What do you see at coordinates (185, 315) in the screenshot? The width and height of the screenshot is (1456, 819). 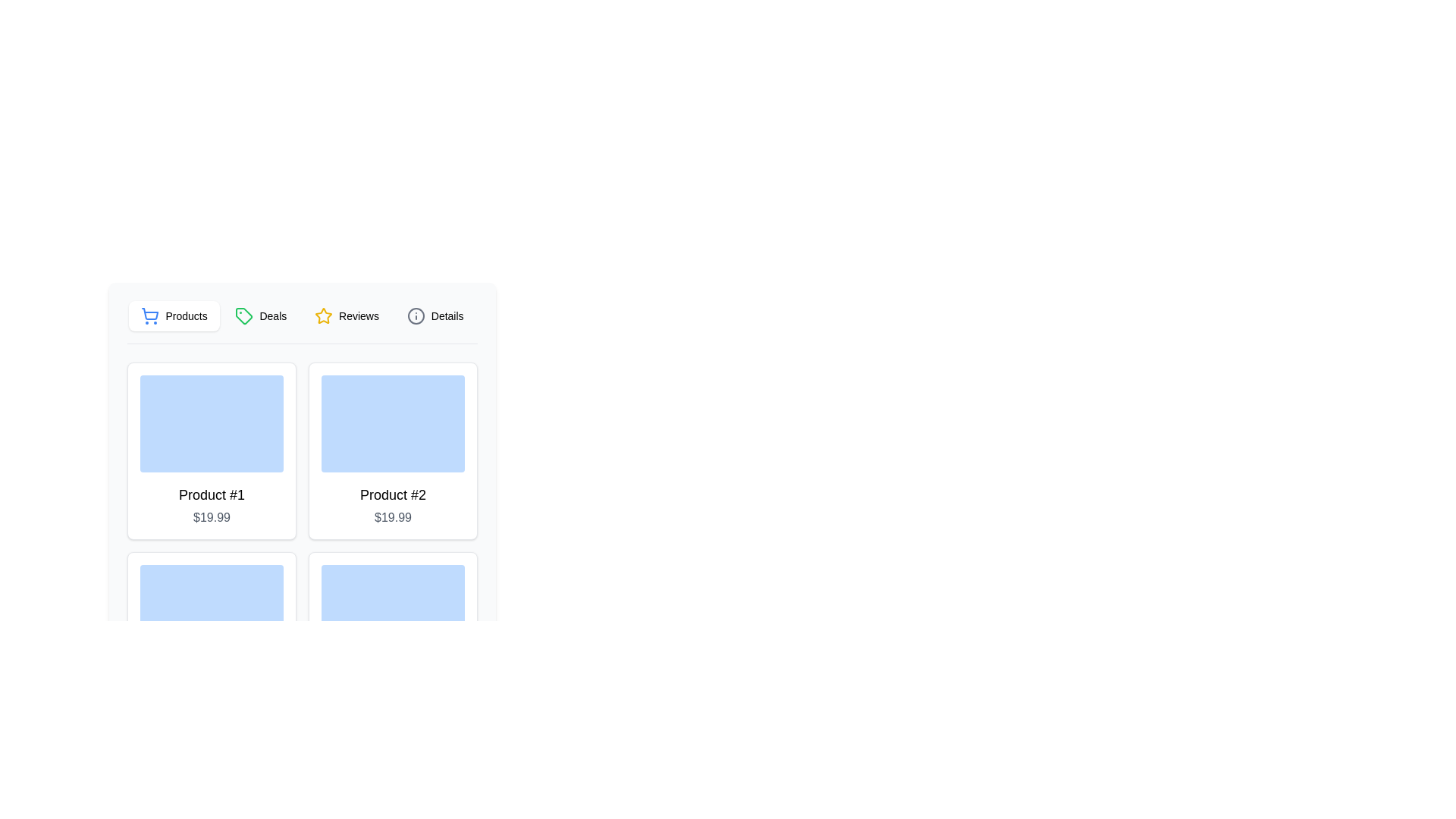 I see `text label inside the button located in the top-left corner of the menu bar, adjacent to the cart icon, which may lead to product-related content` at bounding box center [185, 315].